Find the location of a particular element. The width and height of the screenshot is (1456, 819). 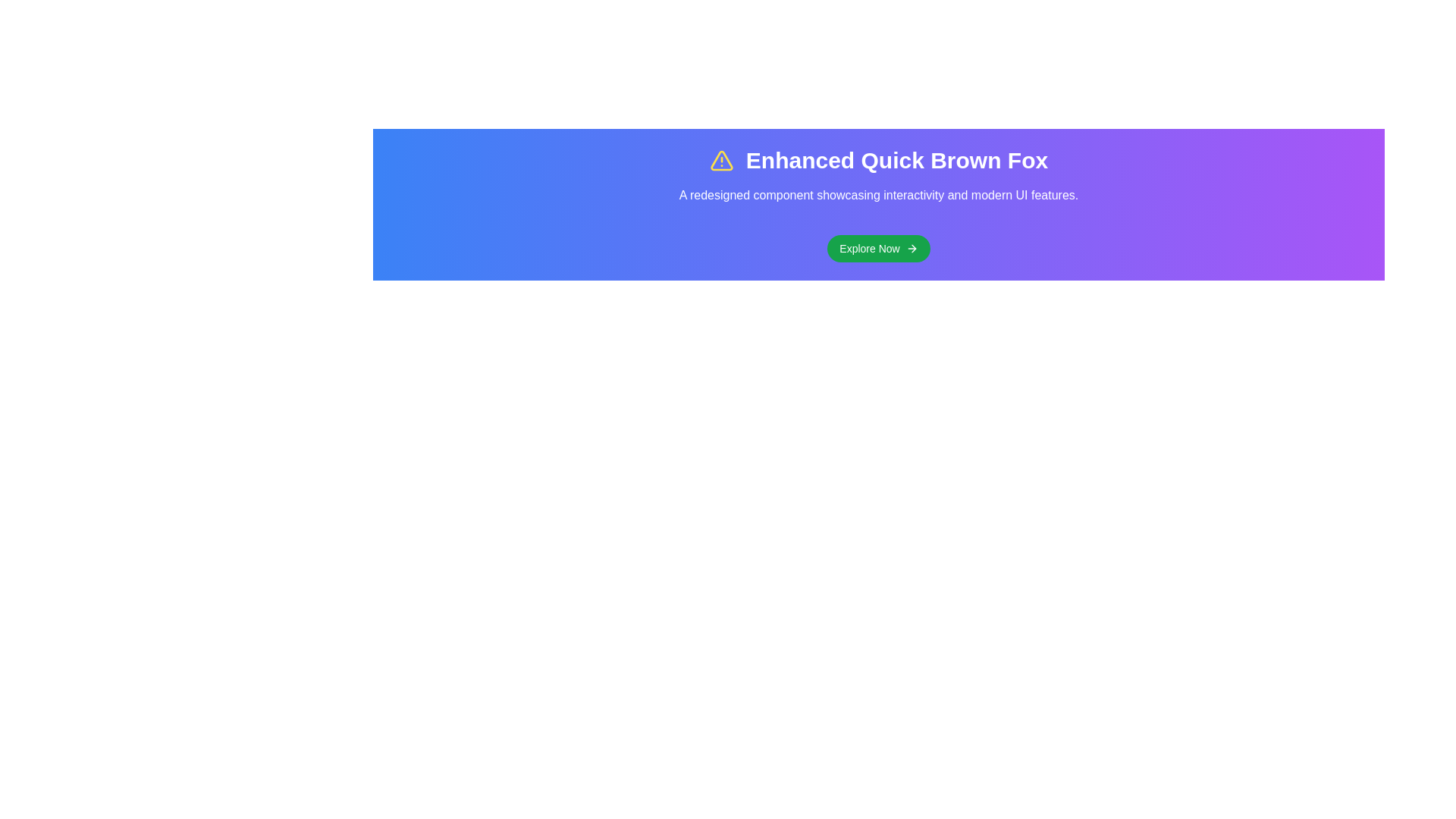

the Text Label displaying 'A redesigned component showcasing interactivity and modern UI features.' which is located below the title 'Enhanced Quick Brown Fox' and above the 'Explore Now' button is located at coordinates (878, 195).